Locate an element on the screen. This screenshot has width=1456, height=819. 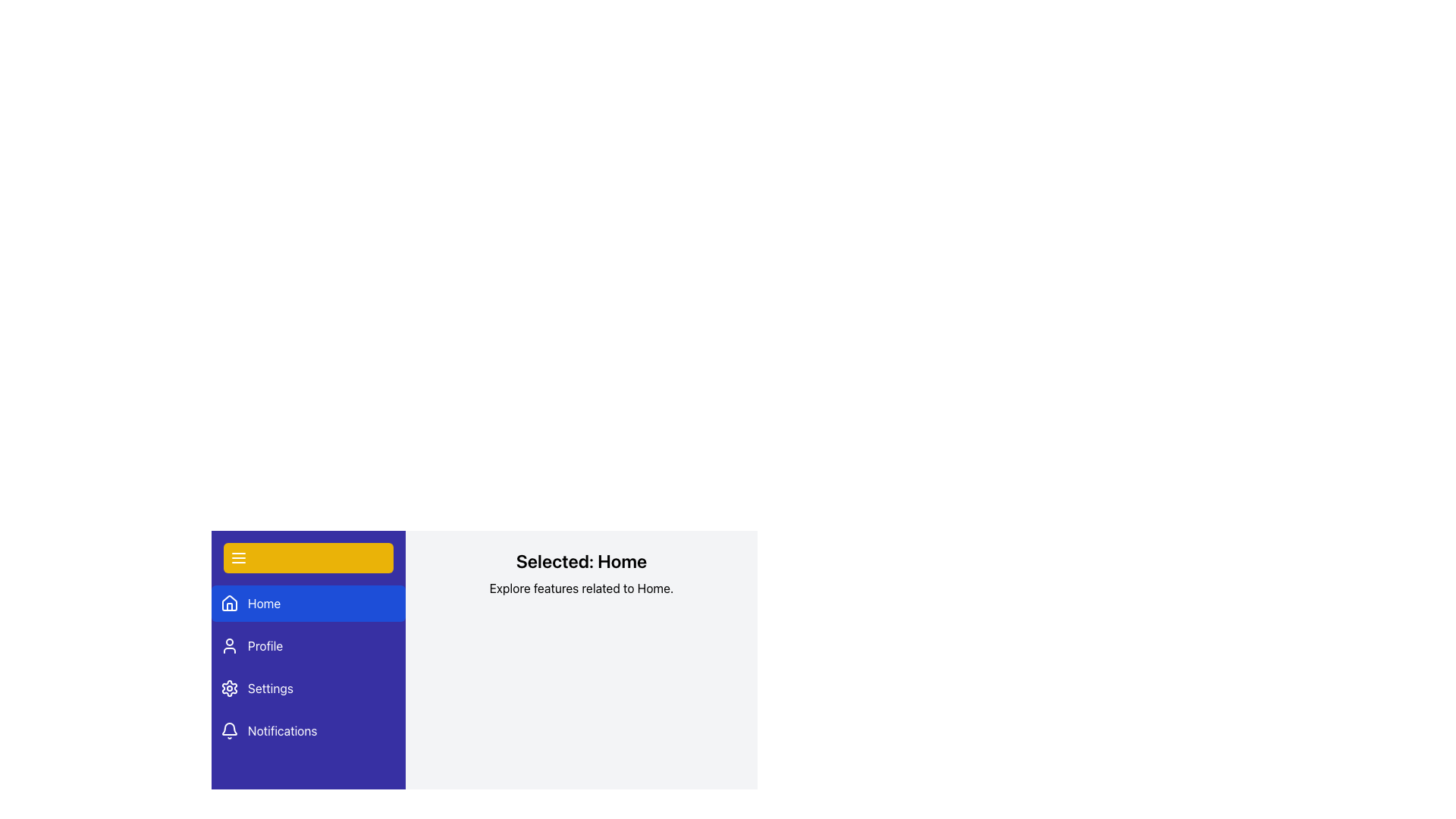
the hamburger menu icon with a yellow background and white lines is located at coordinates (238, 558).